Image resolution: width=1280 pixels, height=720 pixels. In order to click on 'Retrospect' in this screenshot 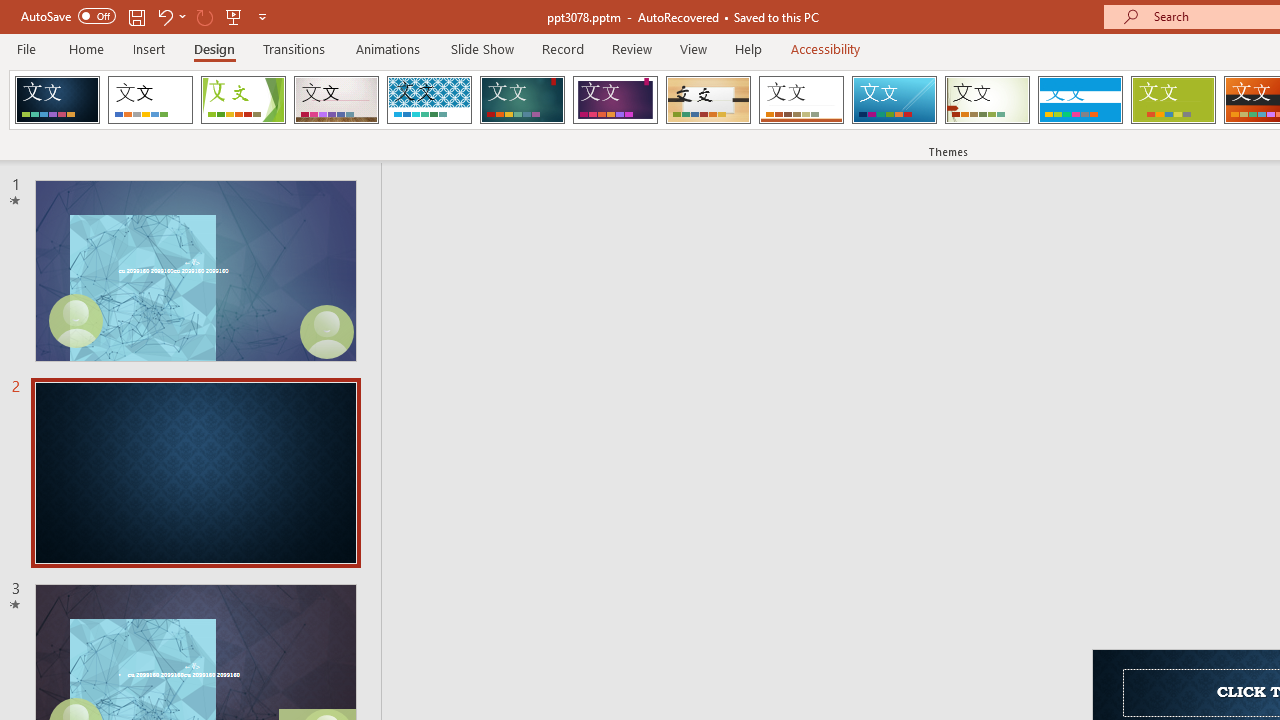, I will do `click(801, 100)`.